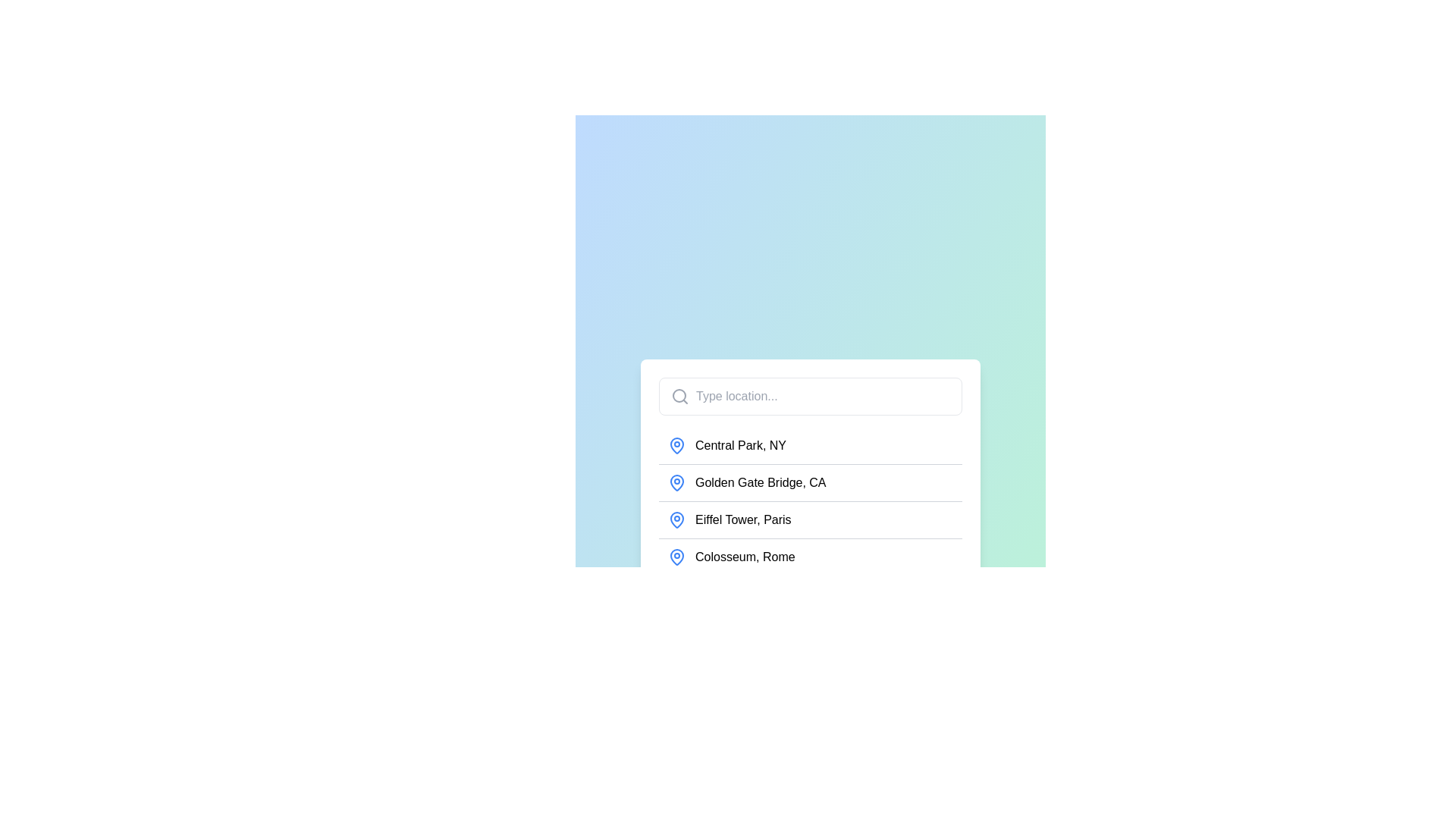 This screenshot has height=819, width=1456. What do you see at coordinates (676, 557) in the screenshot?
I see `the map pin icon indicating the location for 'Colosseum, Rome', which is positioned to the left of the text label` at bounding box center [676, 557].